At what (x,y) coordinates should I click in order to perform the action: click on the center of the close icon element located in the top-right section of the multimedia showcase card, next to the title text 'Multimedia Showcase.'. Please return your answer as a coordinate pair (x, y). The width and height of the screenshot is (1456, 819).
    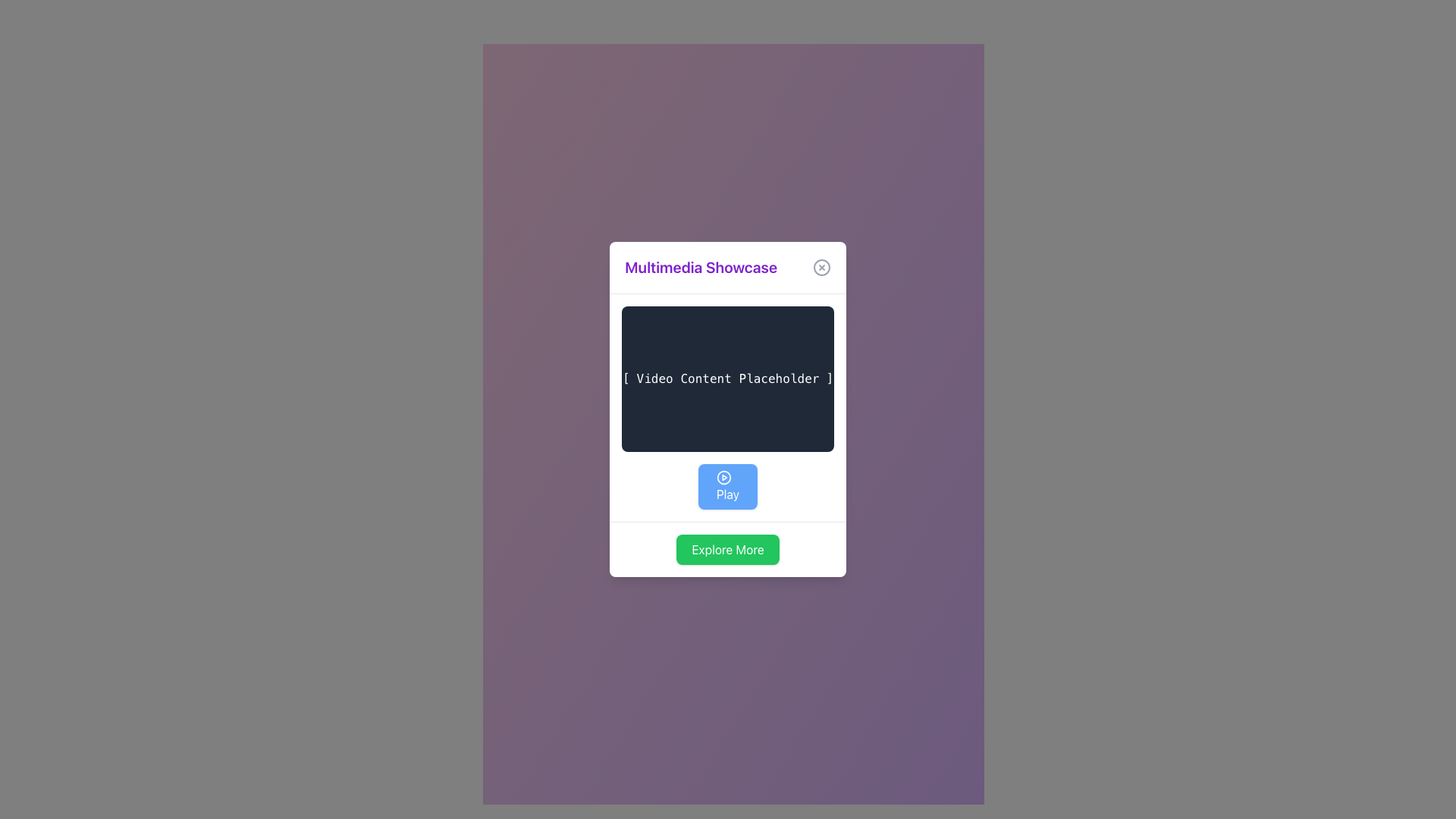
    Looking at the image, I should click on (821, 267).